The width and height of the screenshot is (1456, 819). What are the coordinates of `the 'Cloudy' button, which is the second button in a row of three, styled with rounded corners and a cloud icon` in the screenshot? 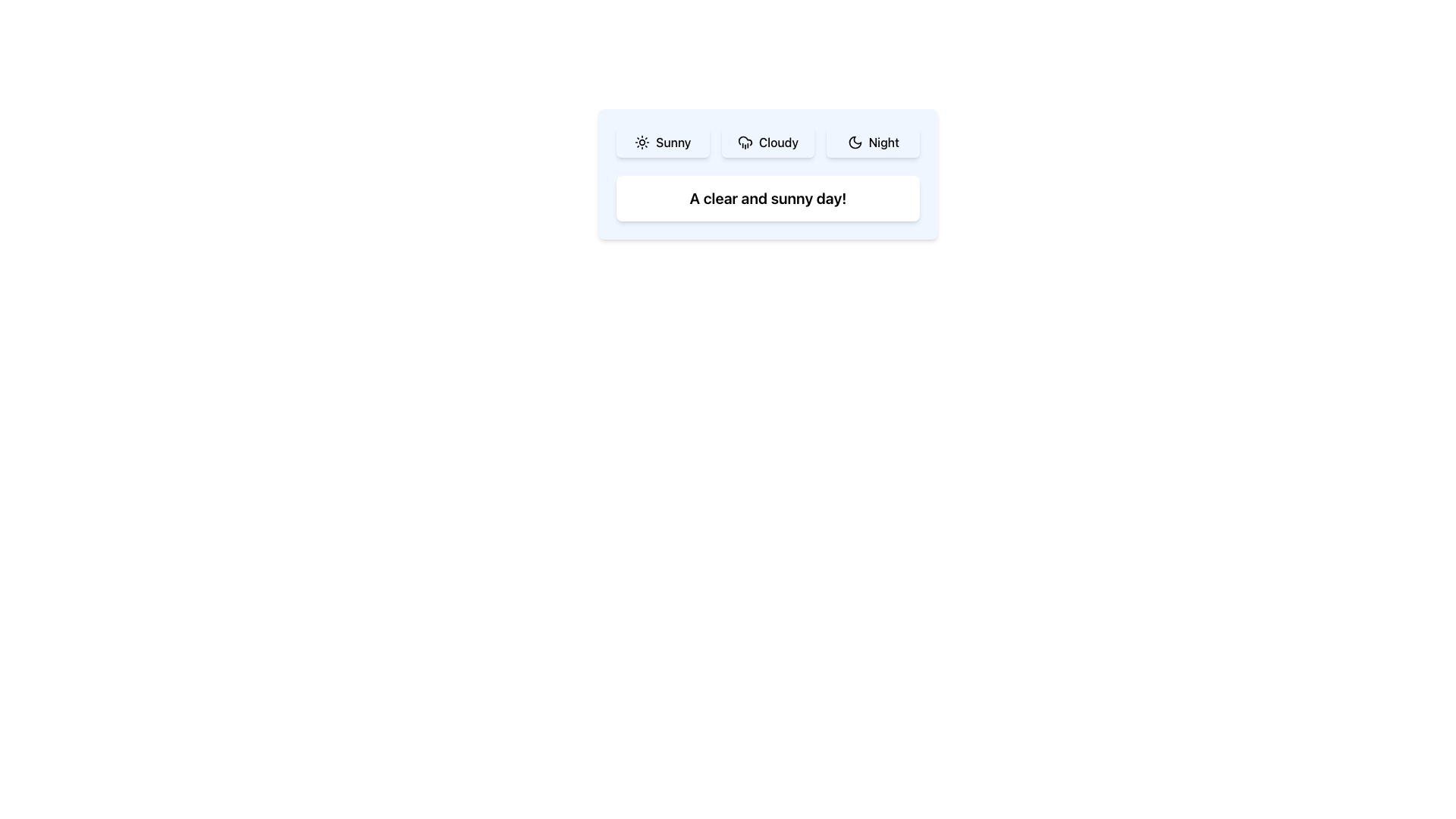 It's located at (767, 143).